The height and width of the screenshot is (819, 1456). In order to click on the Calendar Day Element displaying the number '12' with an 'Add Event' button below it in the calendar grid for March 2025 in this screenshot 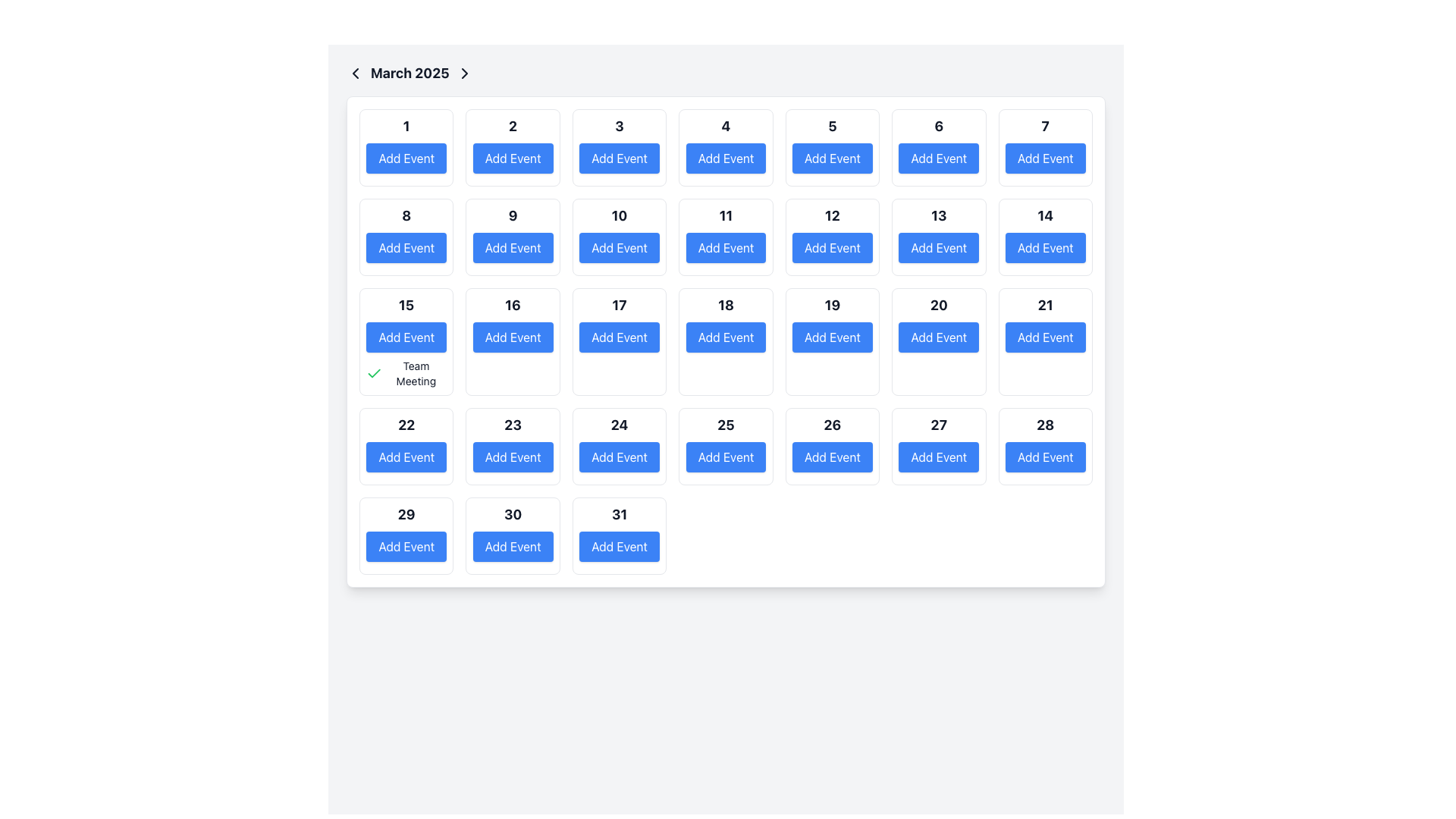, I will do `click(831, 237)`.